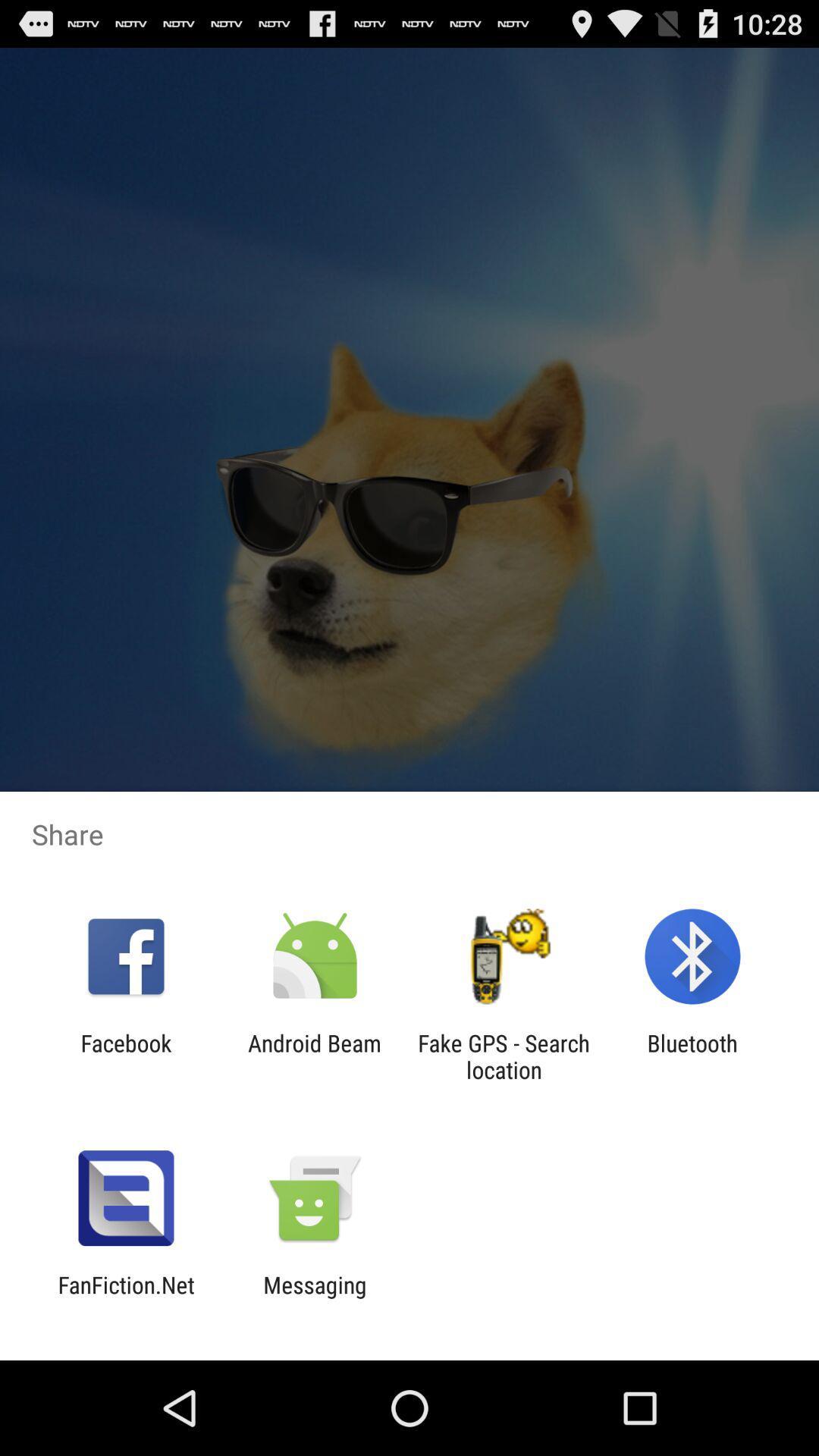 The image size is (819, 1456). Describe the element at coordinates (125, 1298) in the screenshot. I see `item to the left of the messaging app` at that location.